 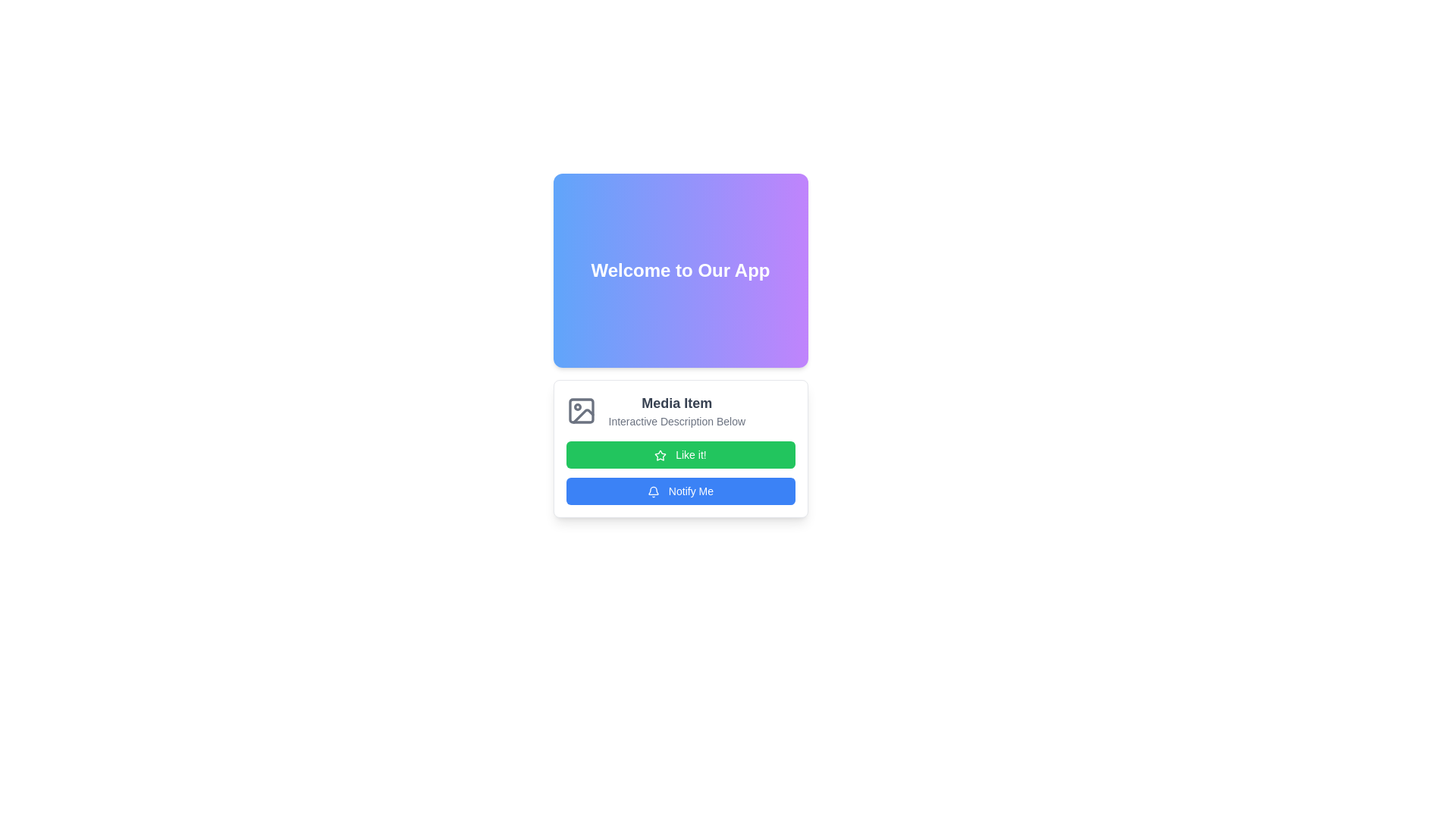 I want to click on the Static Text element displaying 'Interactive Description Below', which is located below the 'Media Item' title and above the buttons 'Like it!' and 'Notify Me', so click(x=676, y=421).